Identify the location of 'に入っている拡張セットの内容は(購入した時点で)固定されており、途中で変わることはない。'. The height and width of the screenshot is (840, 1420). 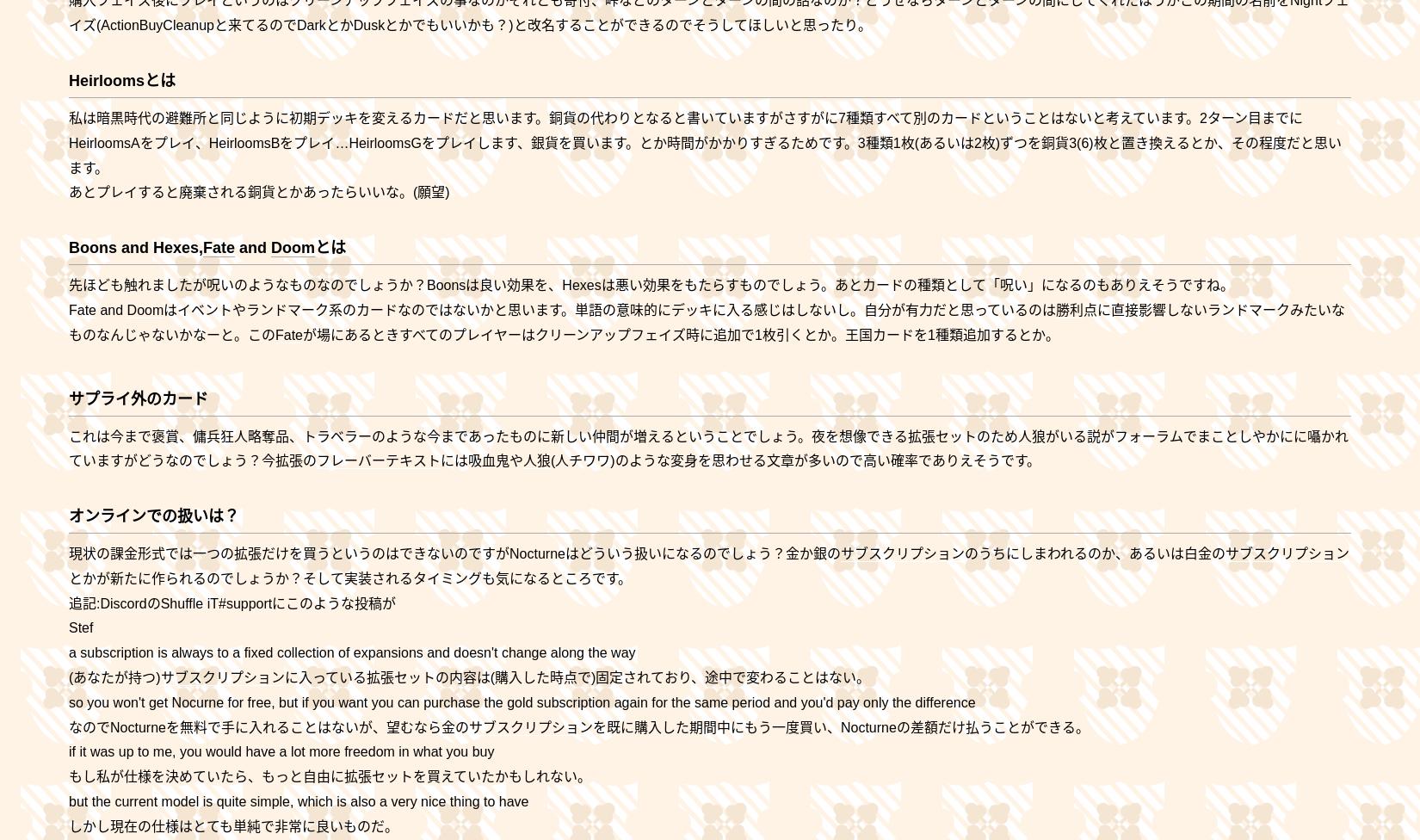
(576, 677).